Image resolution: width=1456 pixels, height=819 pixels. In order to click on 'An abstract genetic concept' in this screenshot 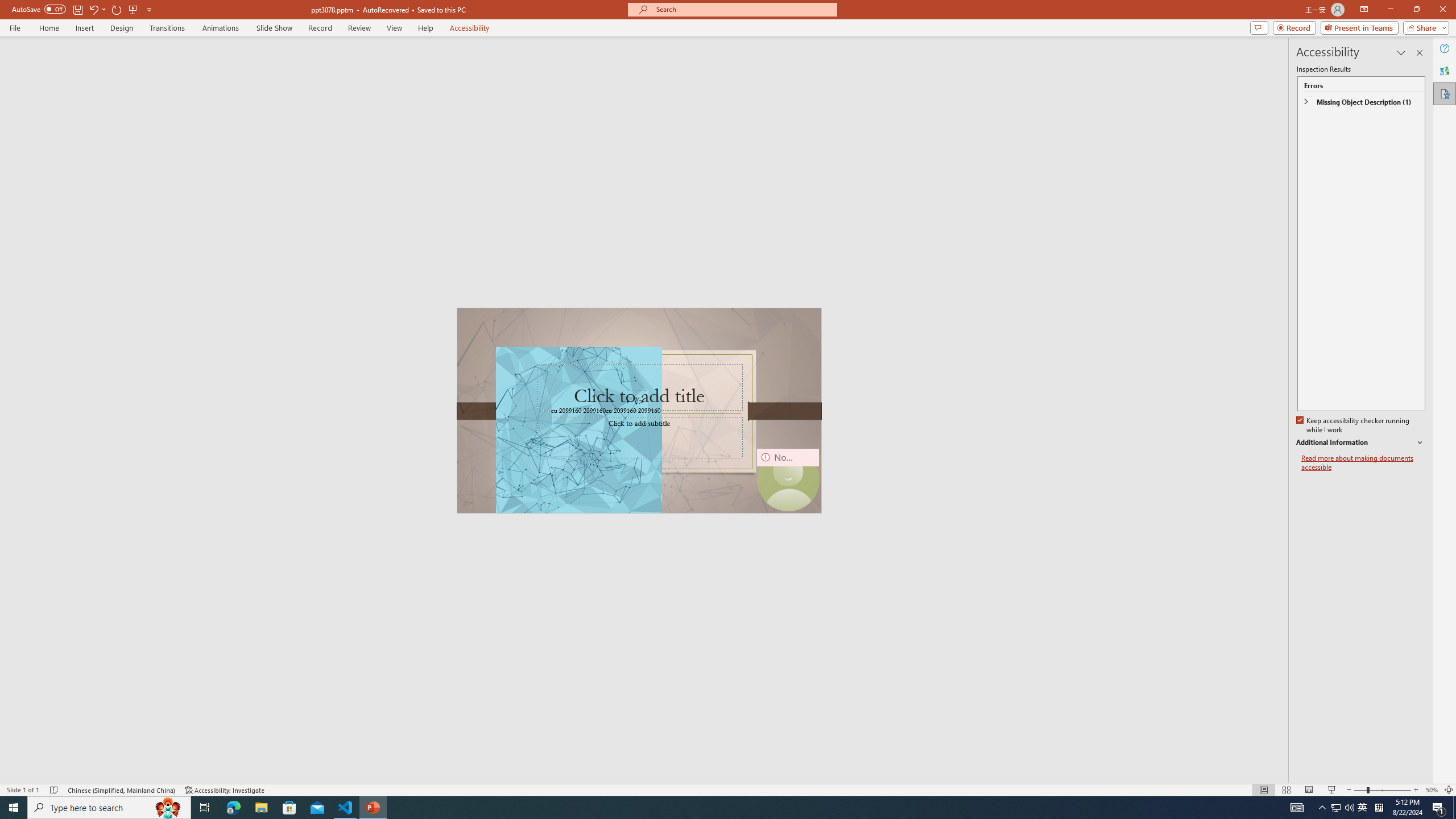, I will do `click(638, 409)`.